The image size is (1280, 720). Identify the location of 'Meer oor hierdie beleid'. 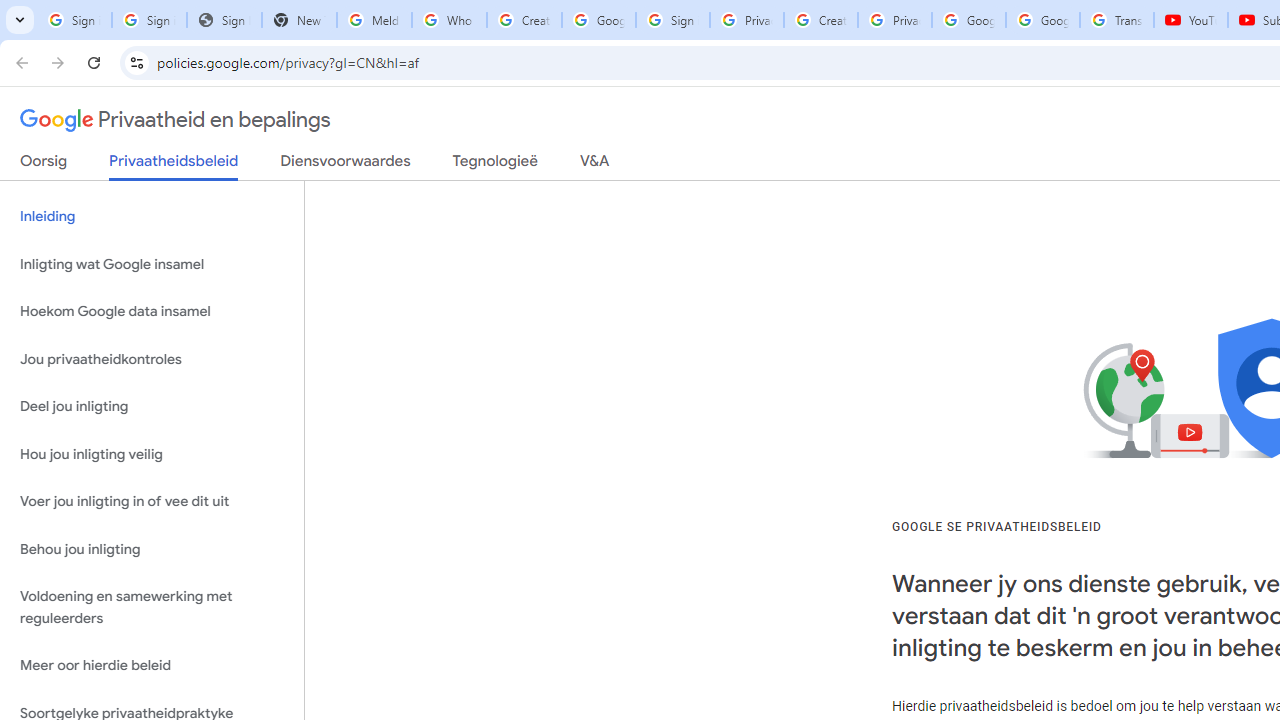
(151, 666).